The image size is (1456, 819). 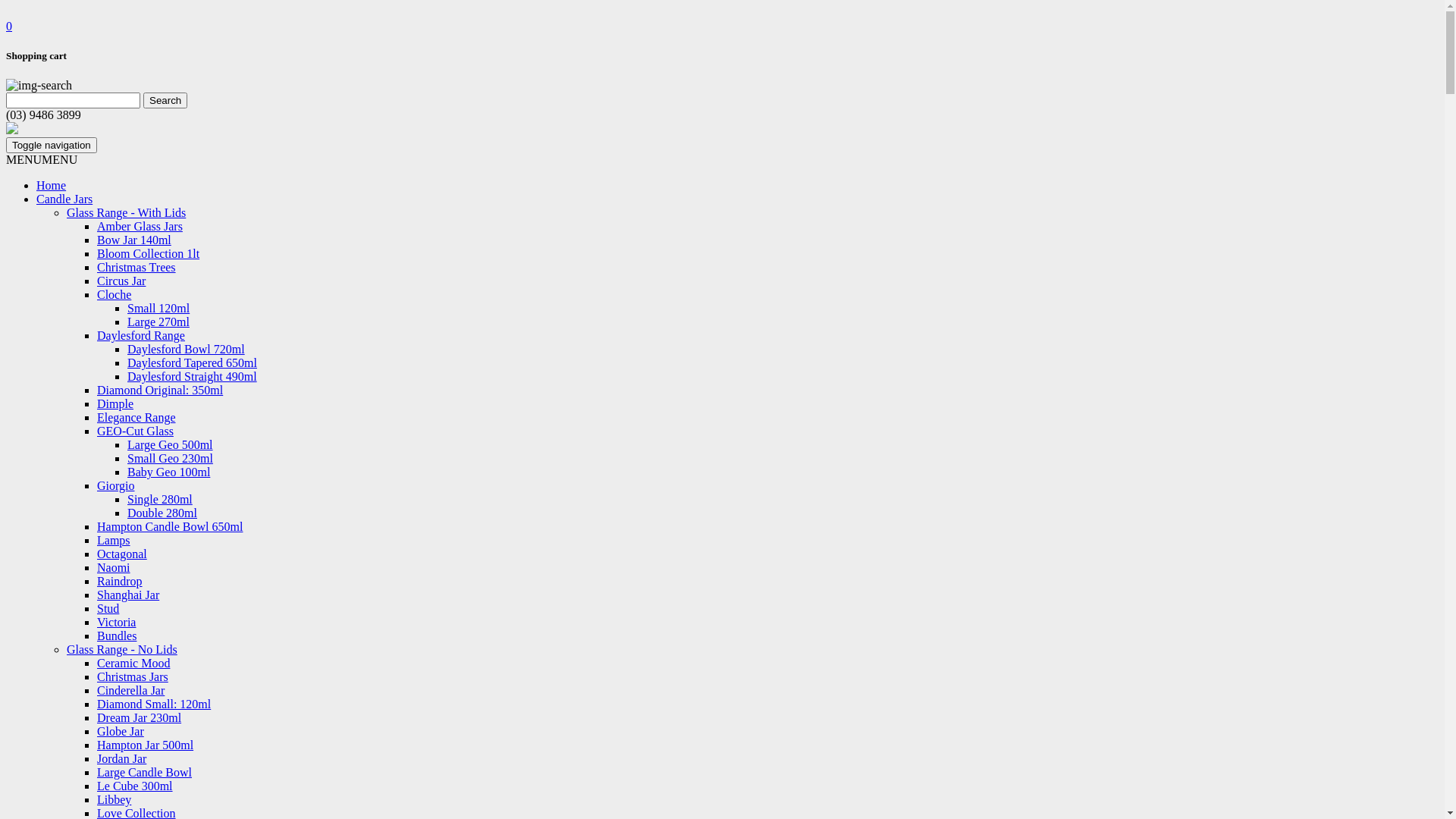 I want to click on 'Bloom Collection 1lt', so click(x=148, y=253).